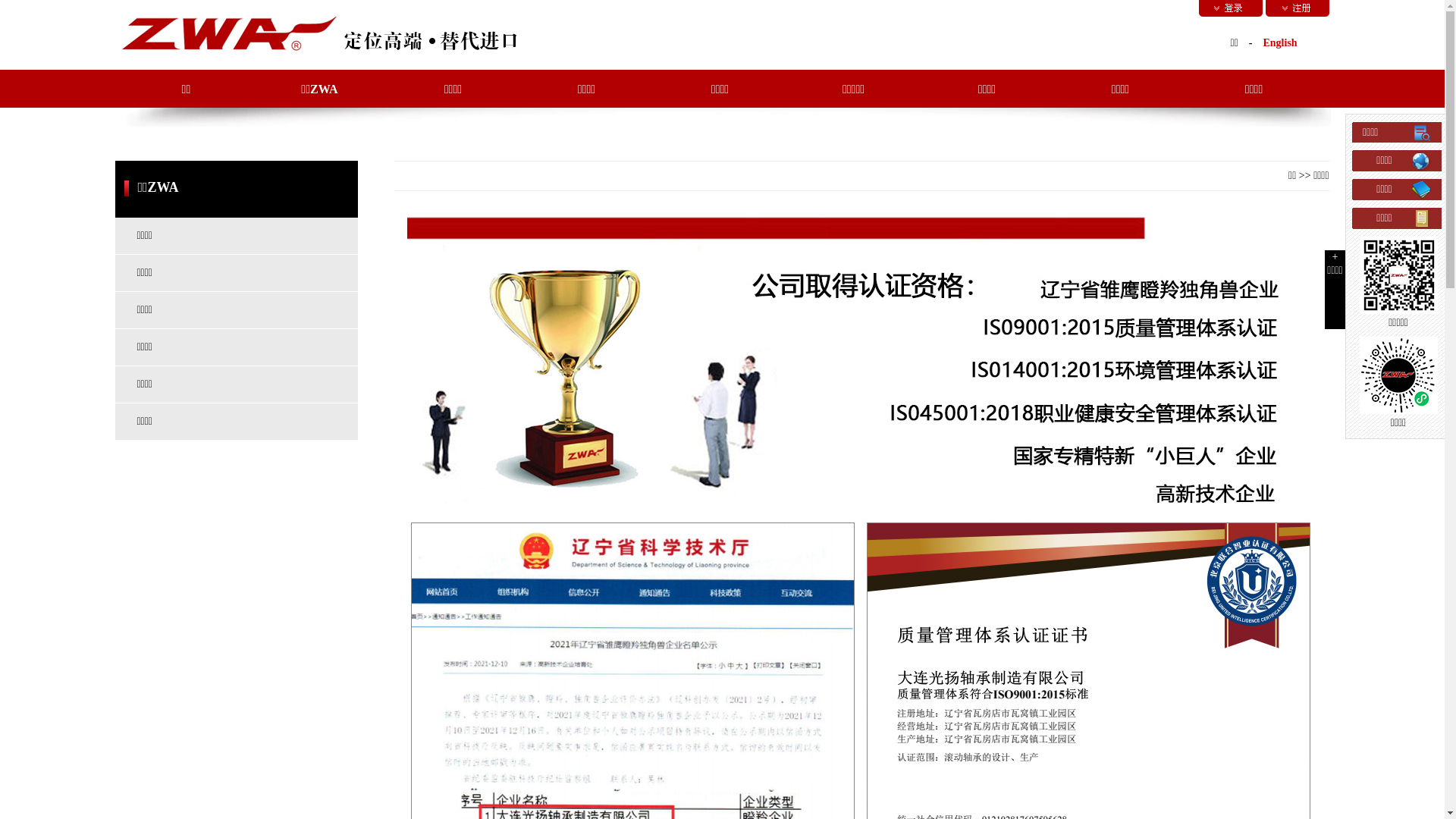 The image size is (1456, 819). I want to click on 'English', so click(1279, 42).